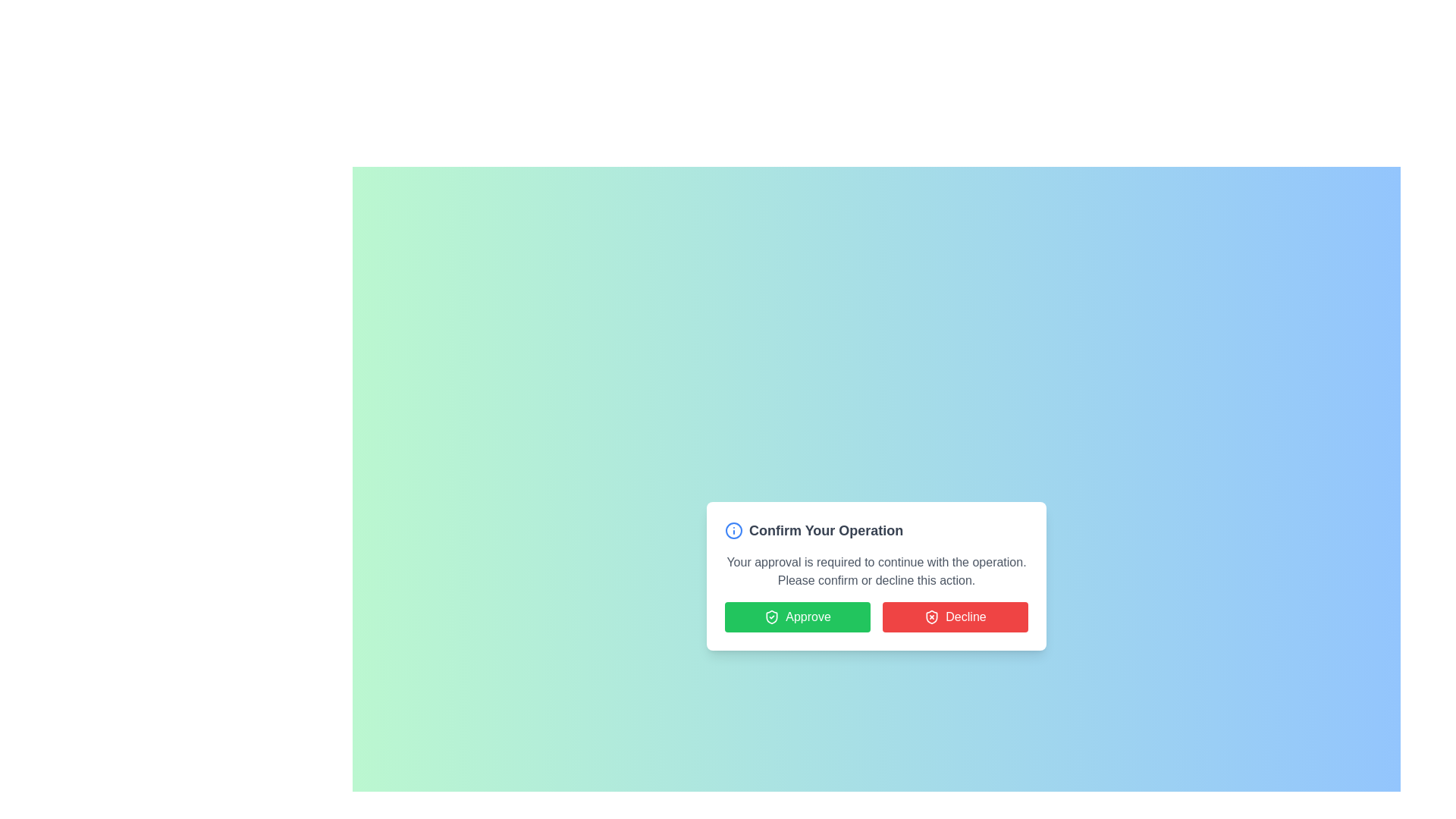  I want to click on the 'Approve' button in the Interactive button group located at the bottom of the modal displaying confirmation prompts, so click(877, 617).